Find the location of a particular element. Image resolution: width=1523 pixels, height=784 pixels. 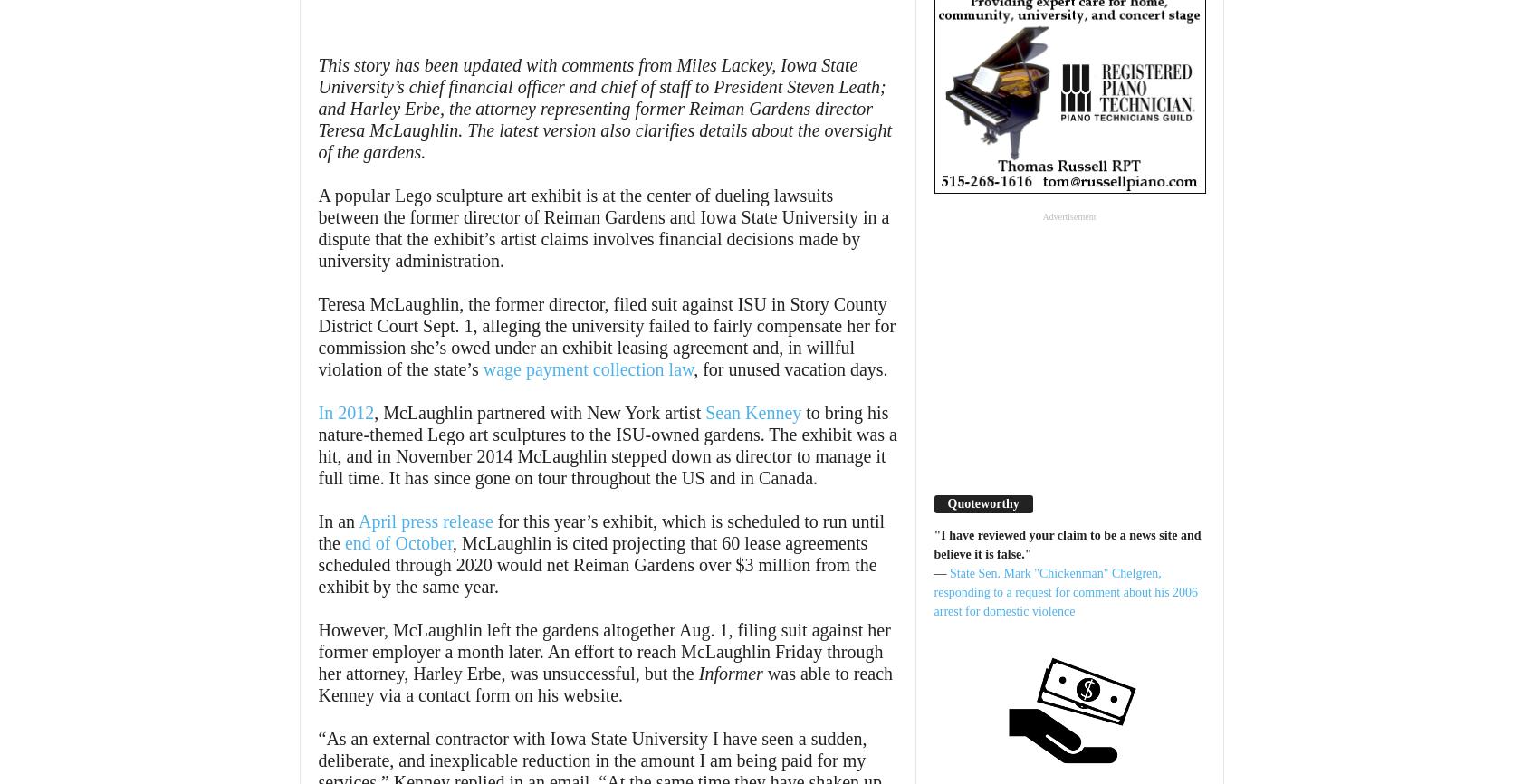

'to bring his nature-themed Lego art sculptures to the ISU-owned gardens. The exhibit was a hit, and in November 2014 McLaughlin stepped down as director to manage it full time. It has since gone on tour throughout the US and in Canada.' is located at coordinates (607, 445).